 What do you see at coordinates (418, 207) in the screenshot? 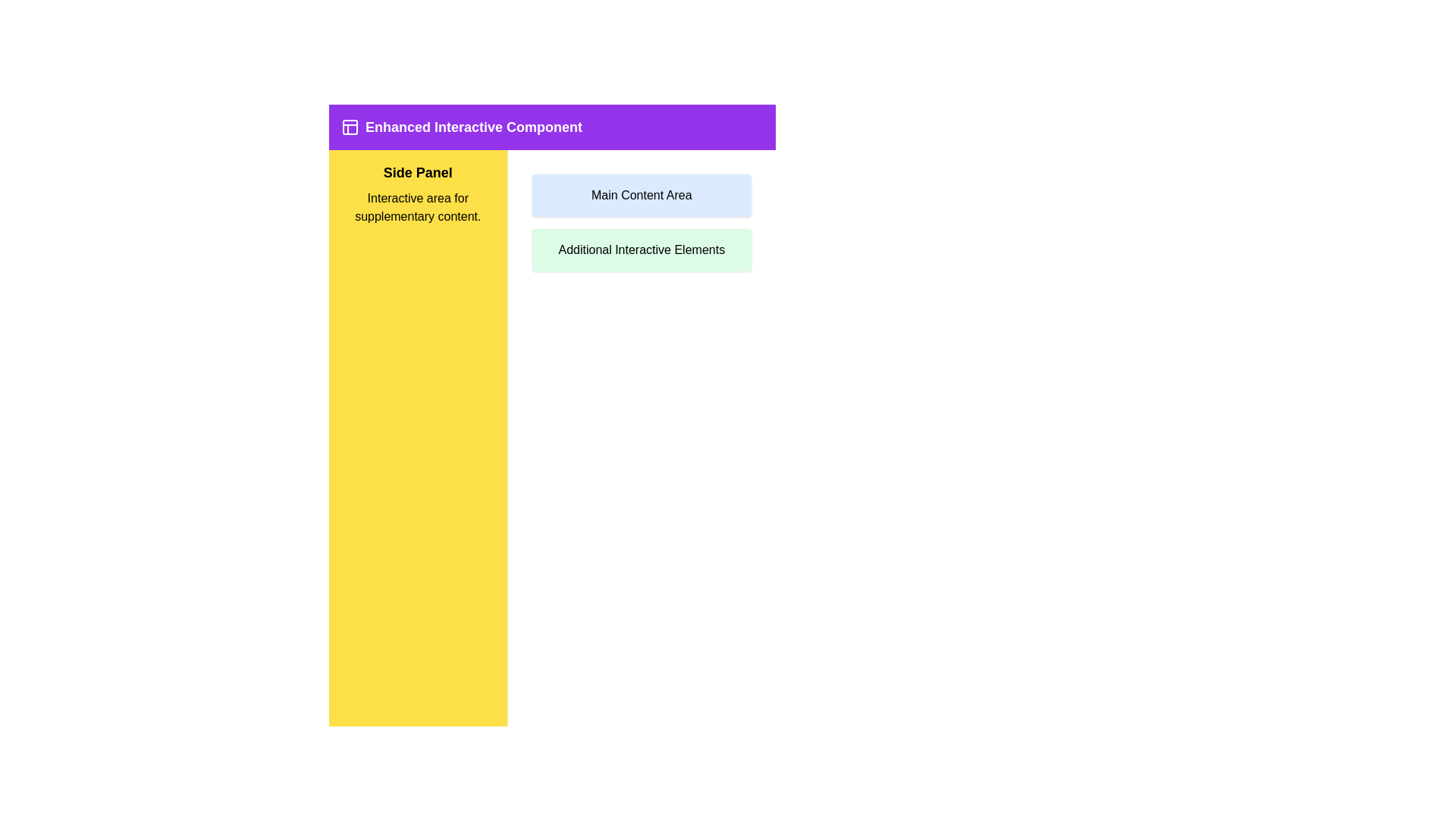
I see `the text label displaying 'Interactive area for supplementary content.' located below the 'Side Panel' heading` at bounding box center [418, 207].